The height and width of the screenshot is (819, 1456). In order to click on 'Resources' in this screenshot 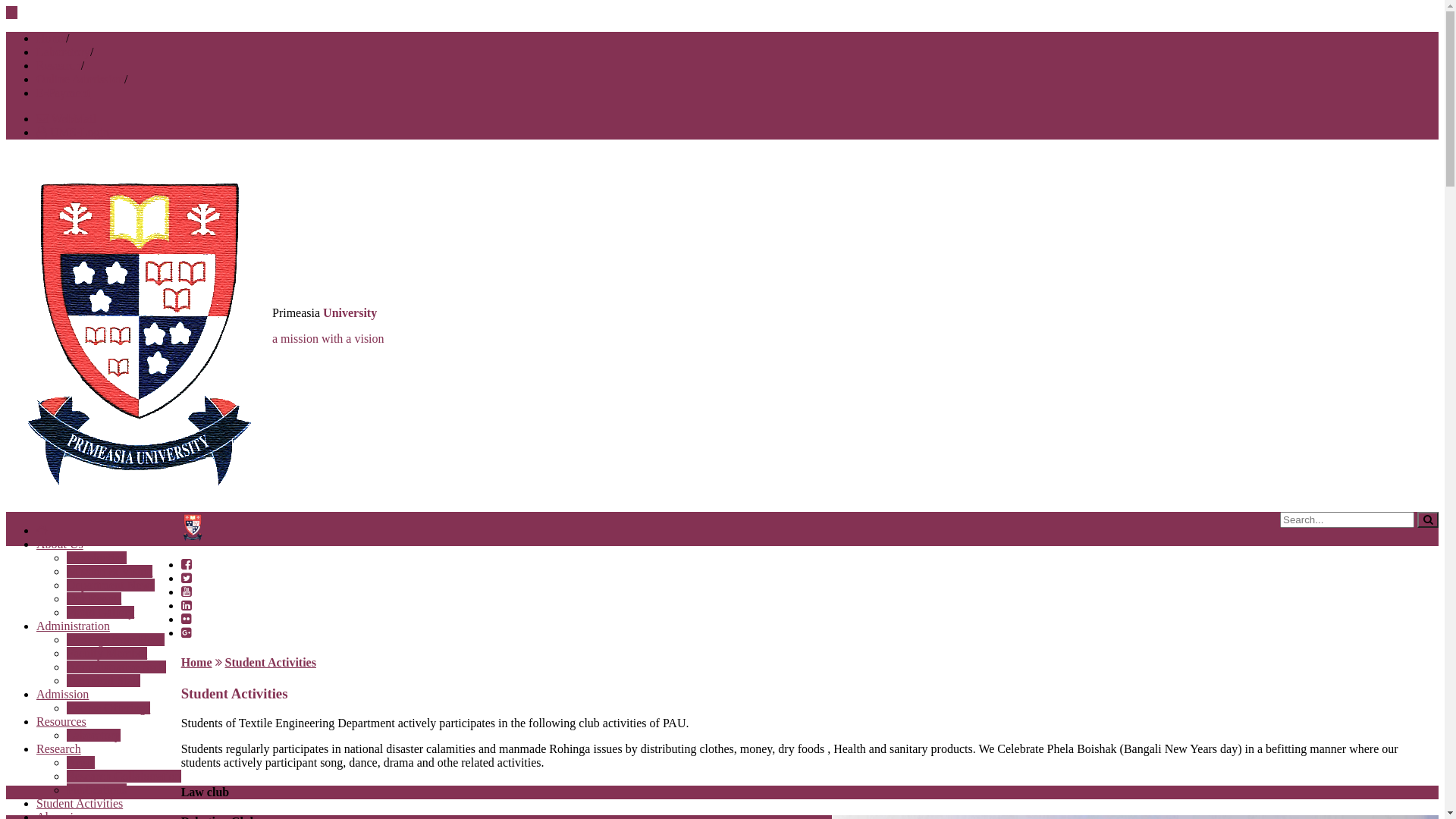, I will do `click(61, 720)`.